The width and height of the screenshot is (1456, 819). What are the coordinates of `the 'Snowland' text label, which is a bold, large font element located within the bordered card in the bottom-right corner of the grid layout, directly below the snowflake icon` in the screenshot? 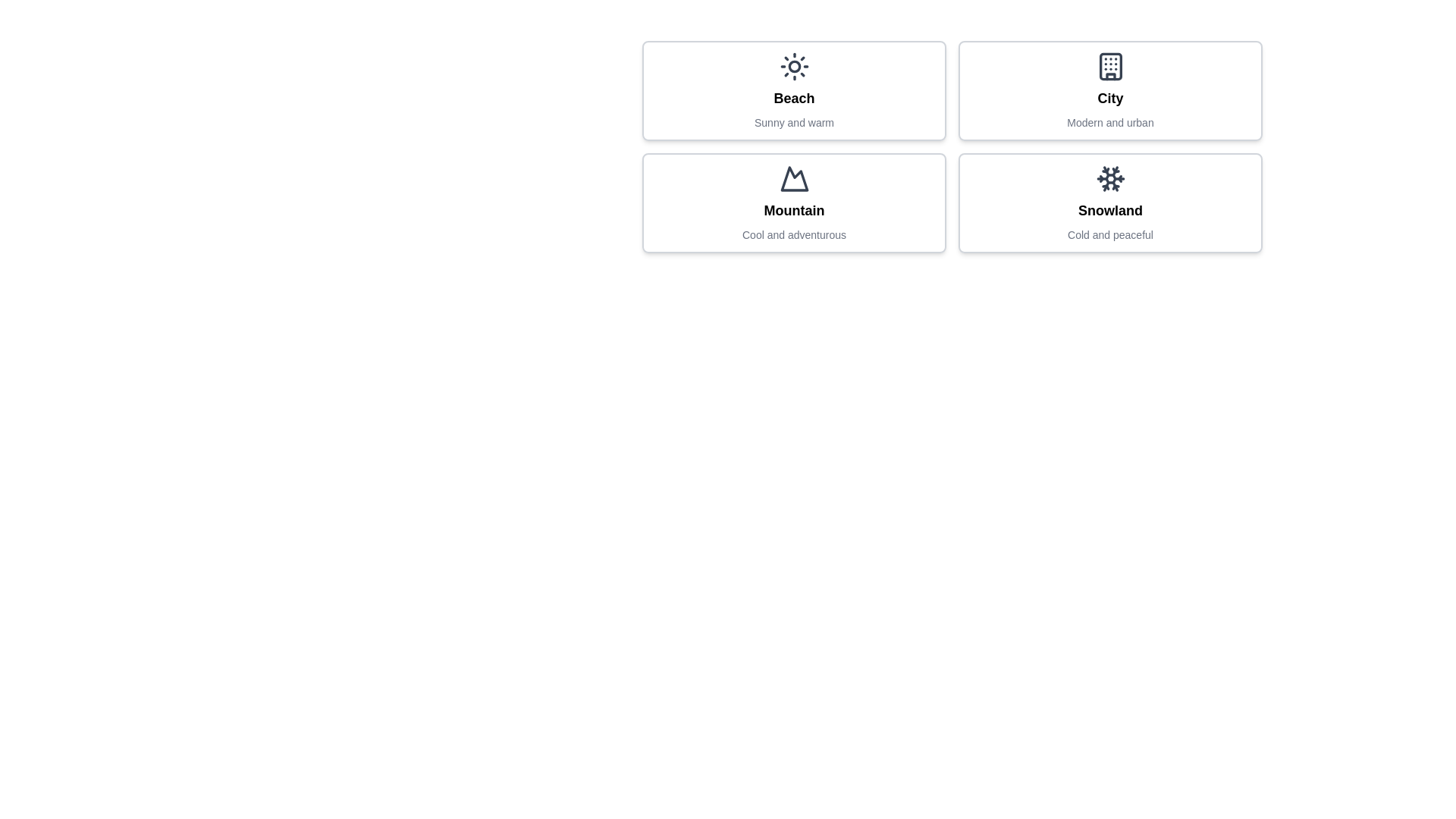 It's located at (1110, 210).